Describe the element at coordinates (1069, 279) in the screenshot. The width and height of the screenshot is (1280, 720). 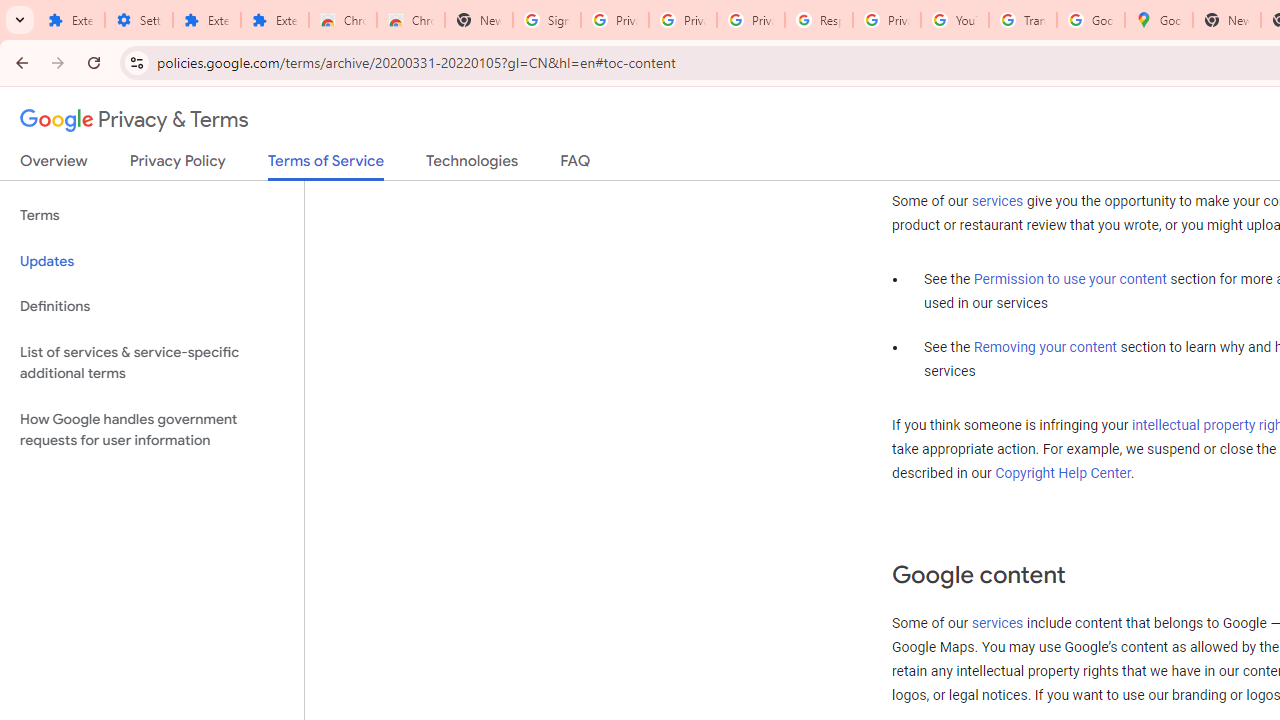
I see `'Permission to use your content'` at that location.